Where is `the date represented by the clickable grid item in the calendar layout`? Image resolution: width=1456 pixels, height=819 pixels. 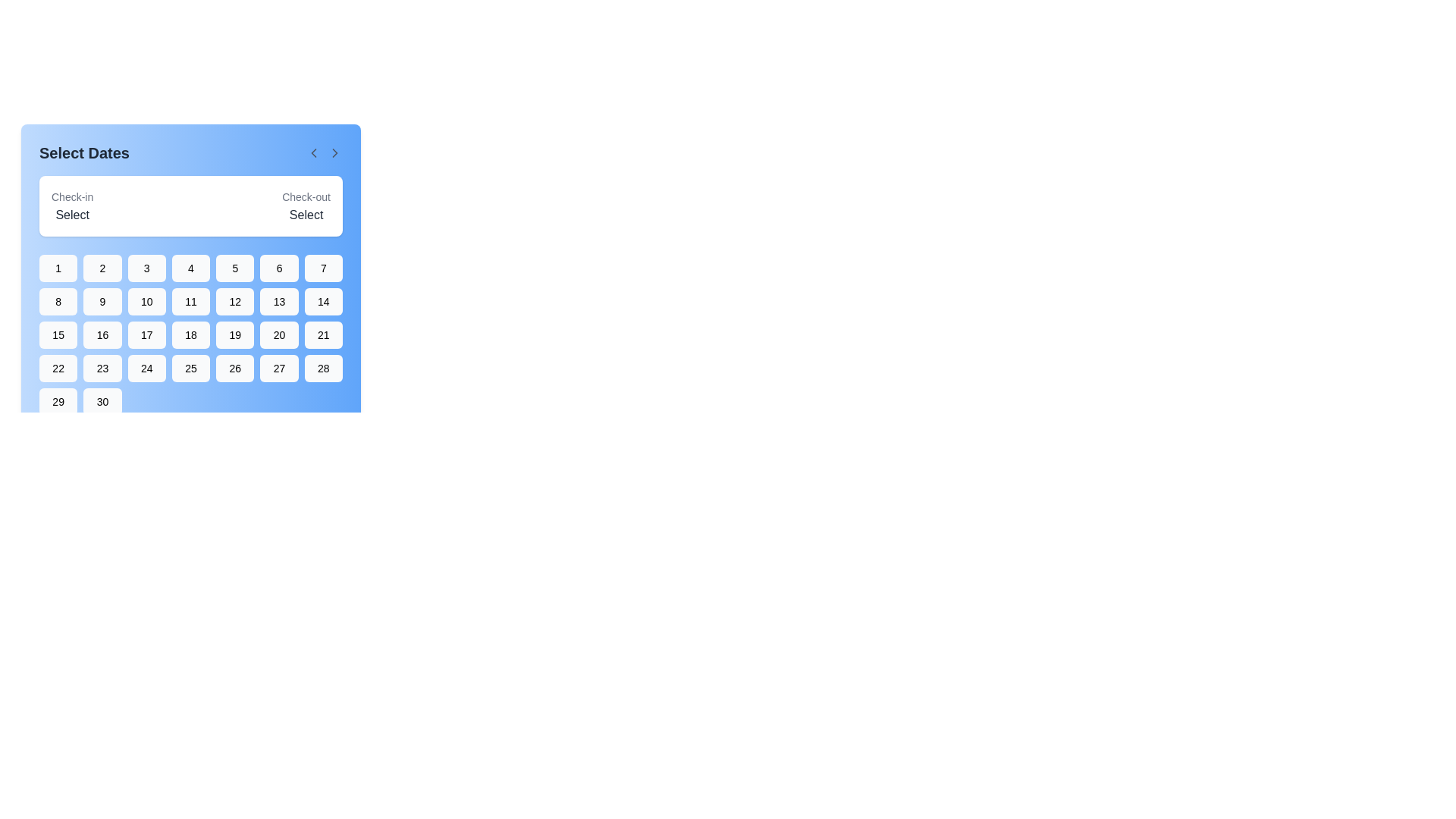 the date represented by the clickable grid item in the calendar layout is located at coordinates (190, 278).